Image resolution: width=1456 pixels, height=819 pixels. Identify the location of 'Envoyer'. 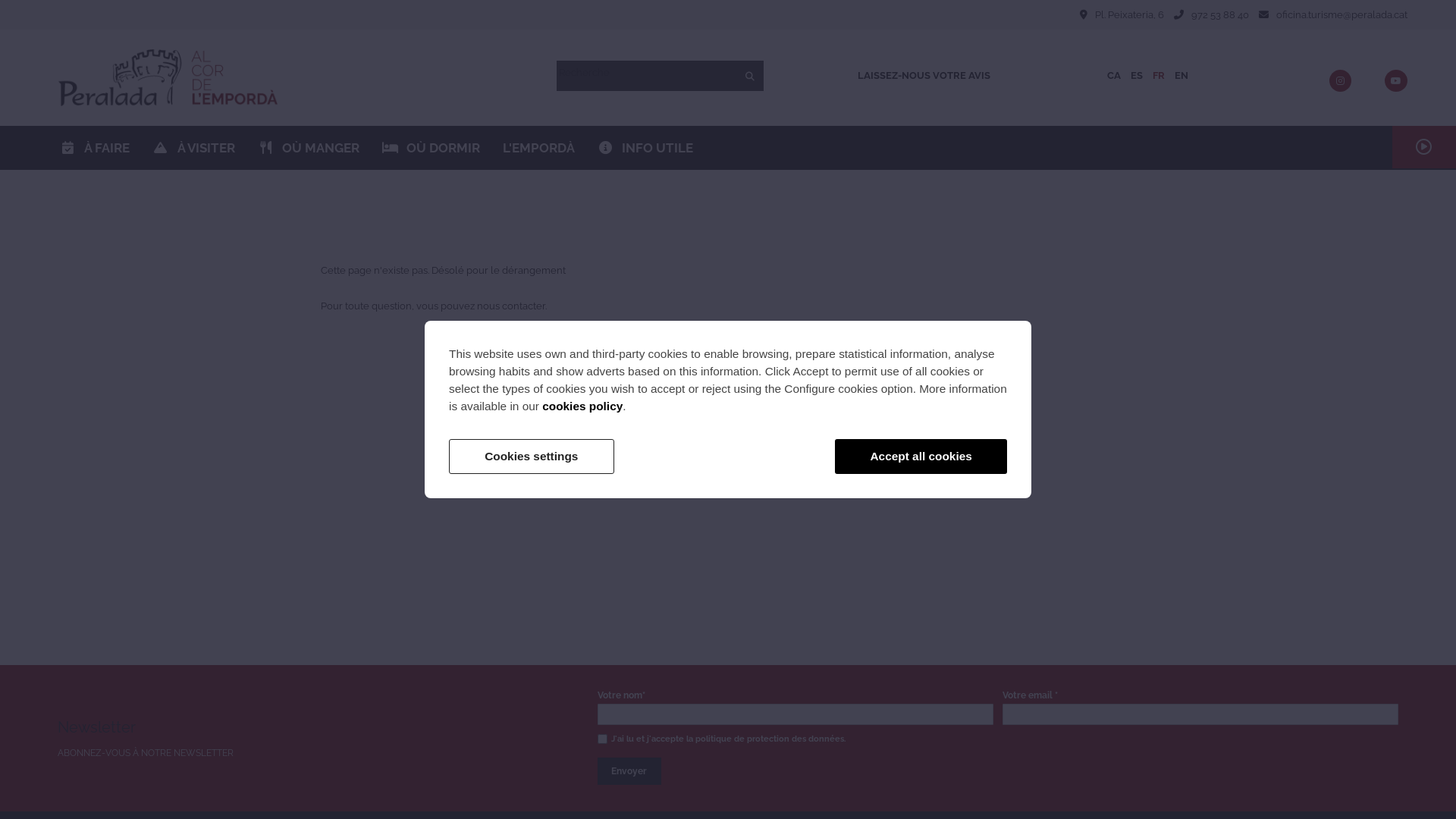
(629, 771).